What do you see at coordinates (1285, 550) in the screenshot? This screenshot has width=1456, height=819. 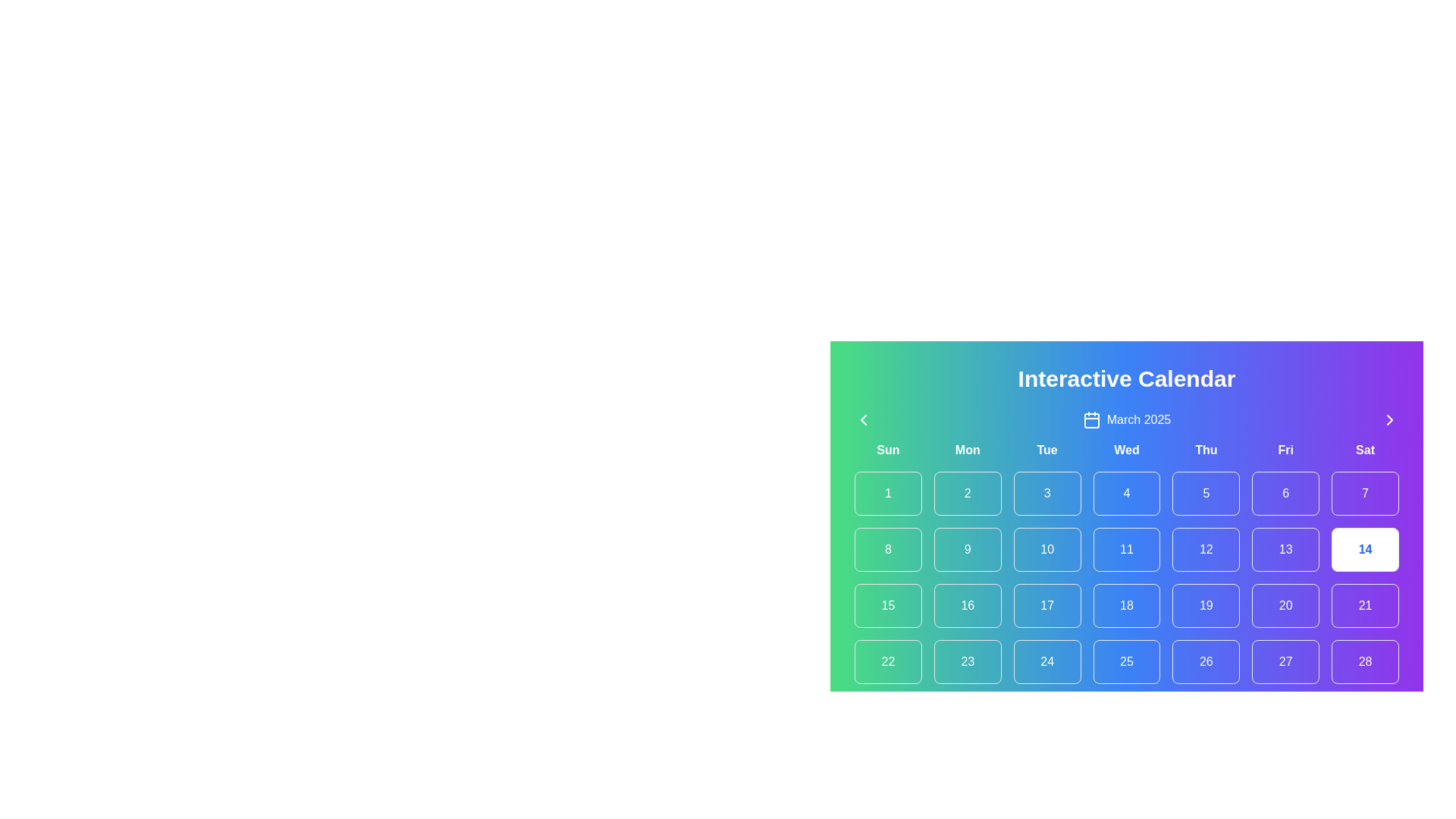 I see `Calendar day cell displaying the number '13' with white text on a gradient blue-purple background, positioned in the third row under Friday, between the cells for '12' and '14', using developer tools` at bounding box center [1285, 550].